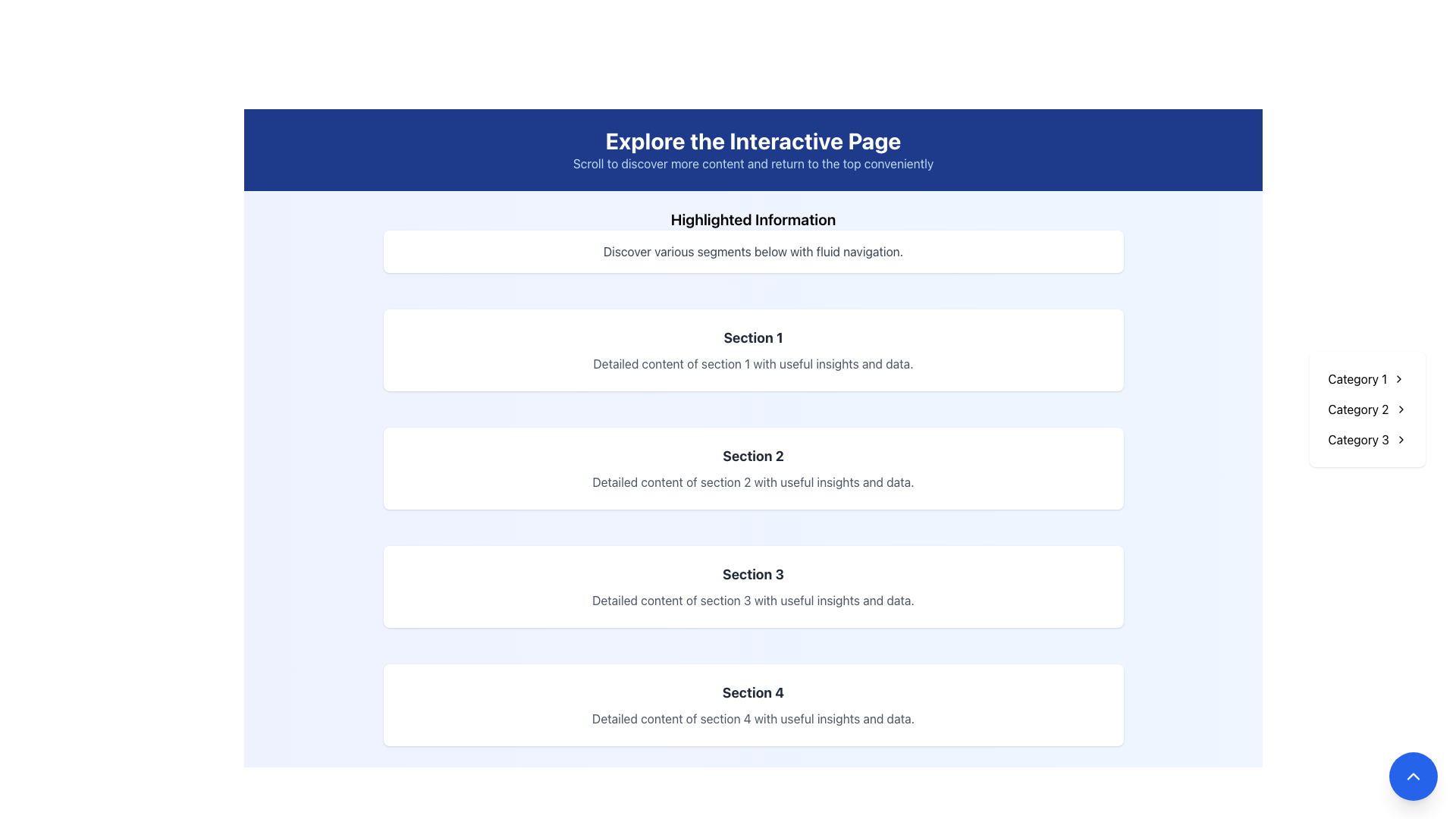  I want to click on the gray text element that reads 'Discover various segments below with fluid navigation.' located centrally below the header 'Highlighted Information.', so click(753, 250).